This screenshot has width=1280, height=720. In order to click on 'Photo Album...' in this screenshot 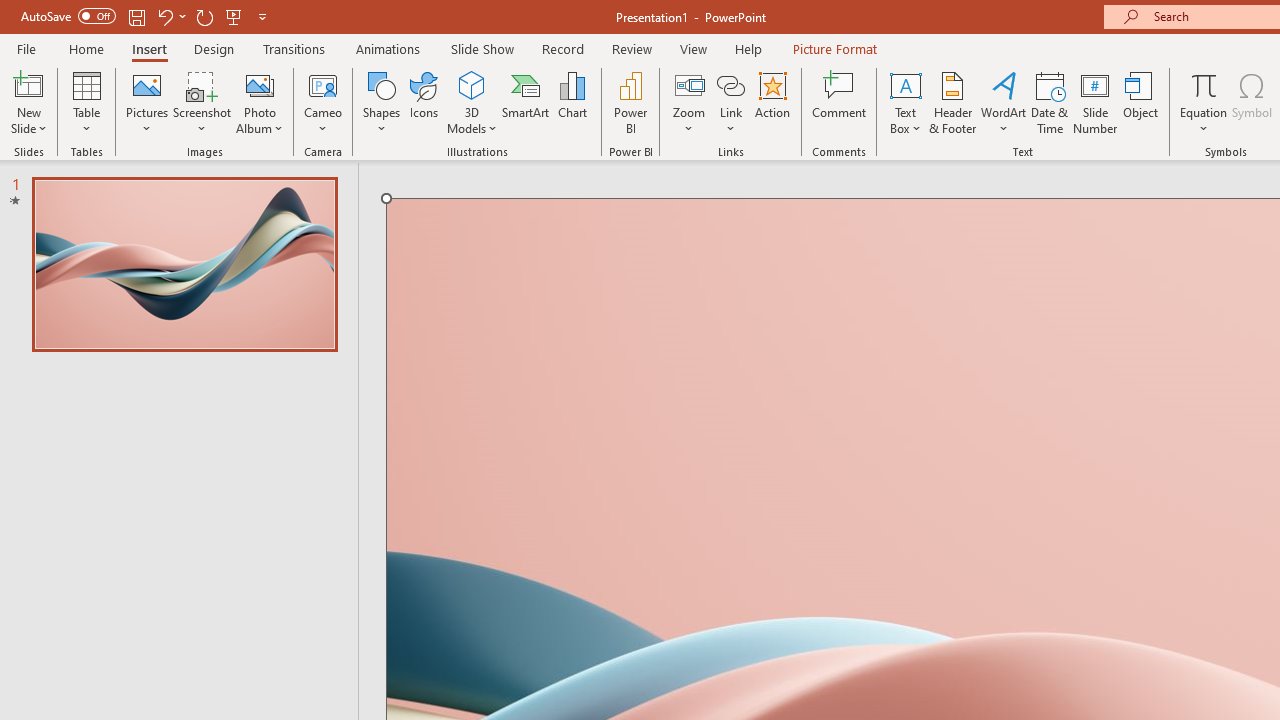, I will do `click(258, 103)`.